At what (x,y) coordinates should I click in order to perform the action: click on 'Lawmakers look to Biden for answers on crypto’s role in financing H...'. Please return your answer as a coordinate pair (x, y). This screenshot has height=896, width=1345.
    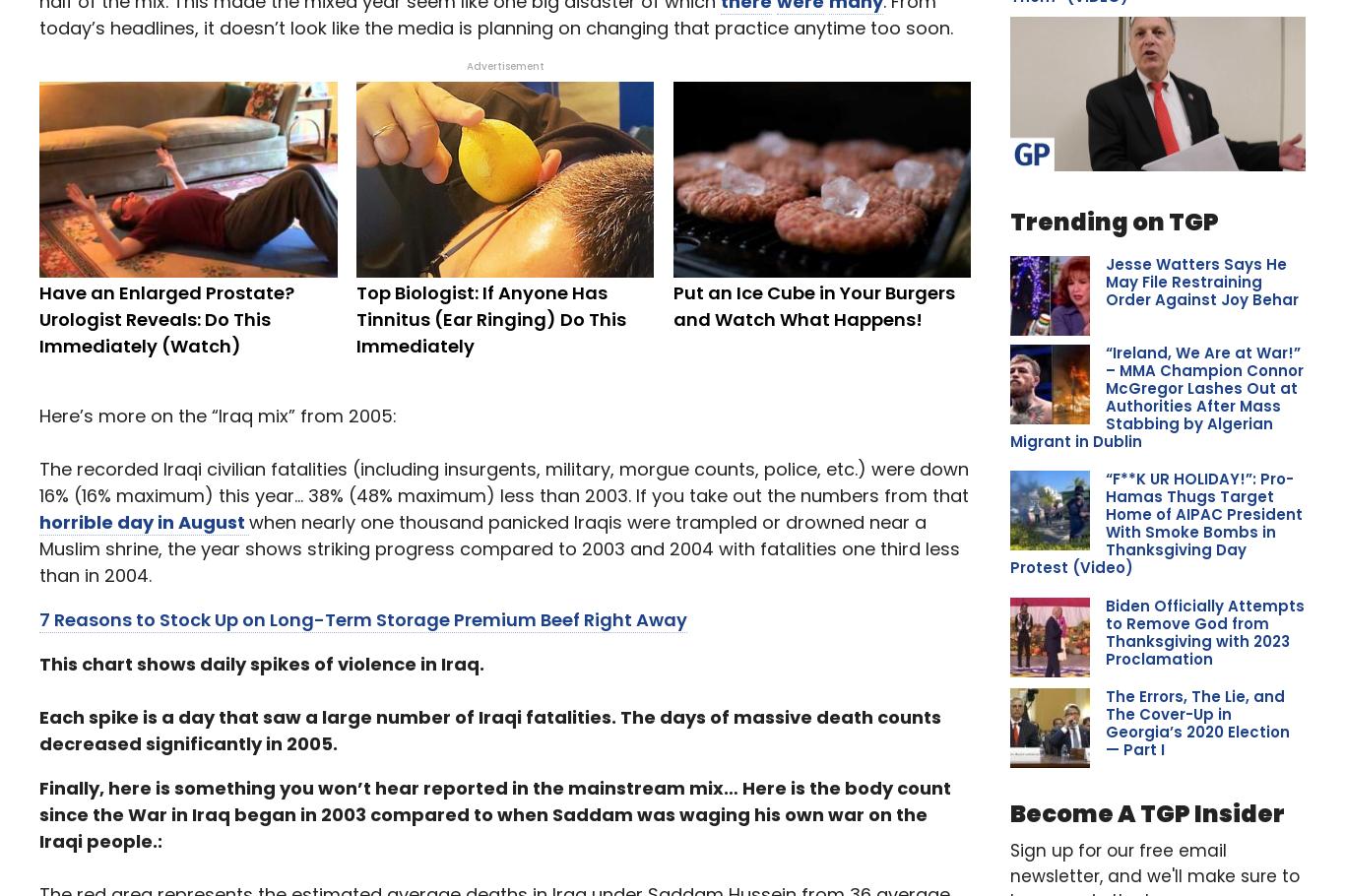
    Looking at the image, I should click on (1188, 304).